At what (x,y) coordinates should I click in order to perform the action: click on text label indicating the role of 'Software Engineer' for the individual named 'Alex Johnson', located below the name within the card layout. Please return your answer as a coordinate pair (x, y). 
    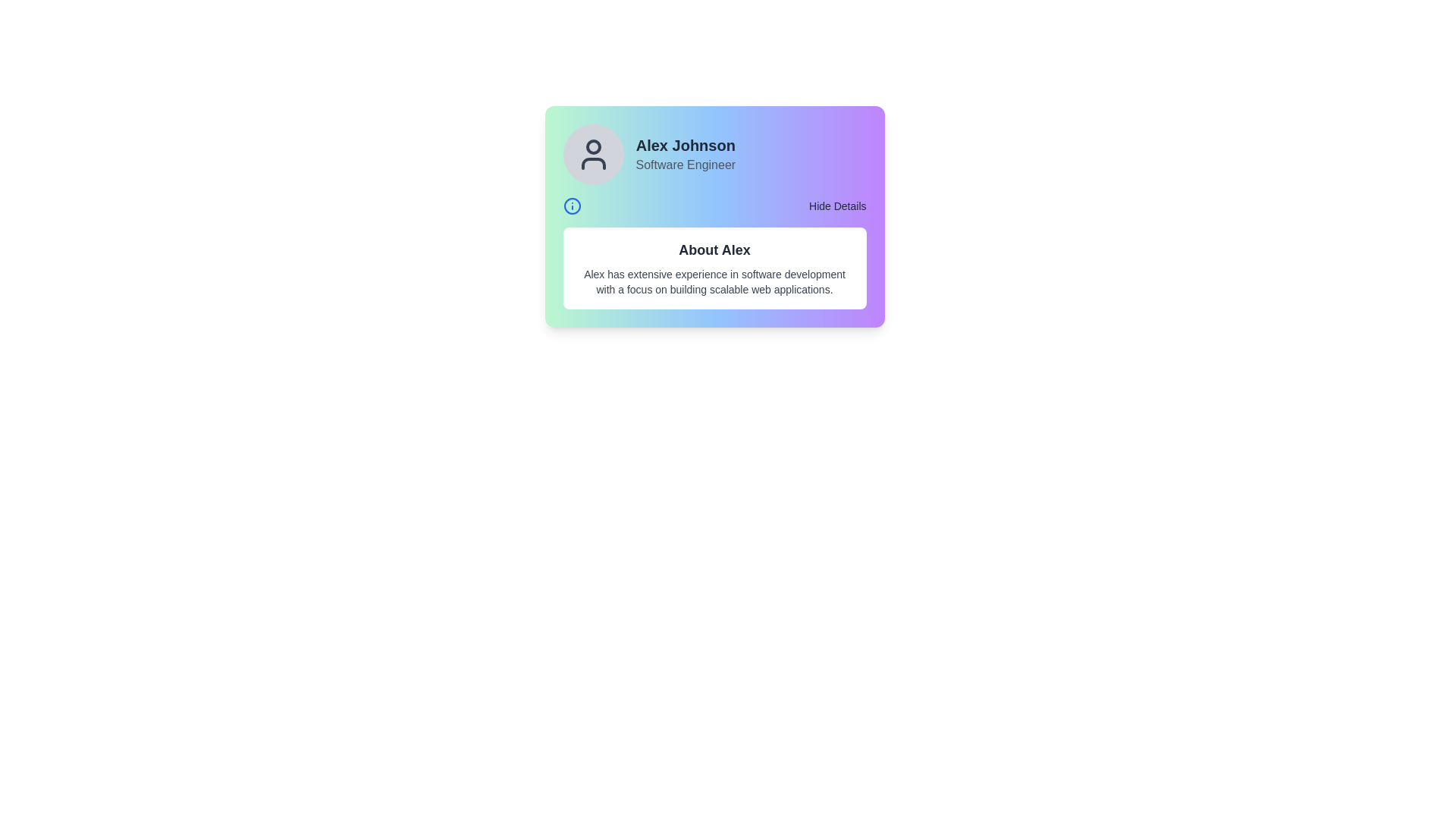
    Looking at the image, I should click on (685, 165).